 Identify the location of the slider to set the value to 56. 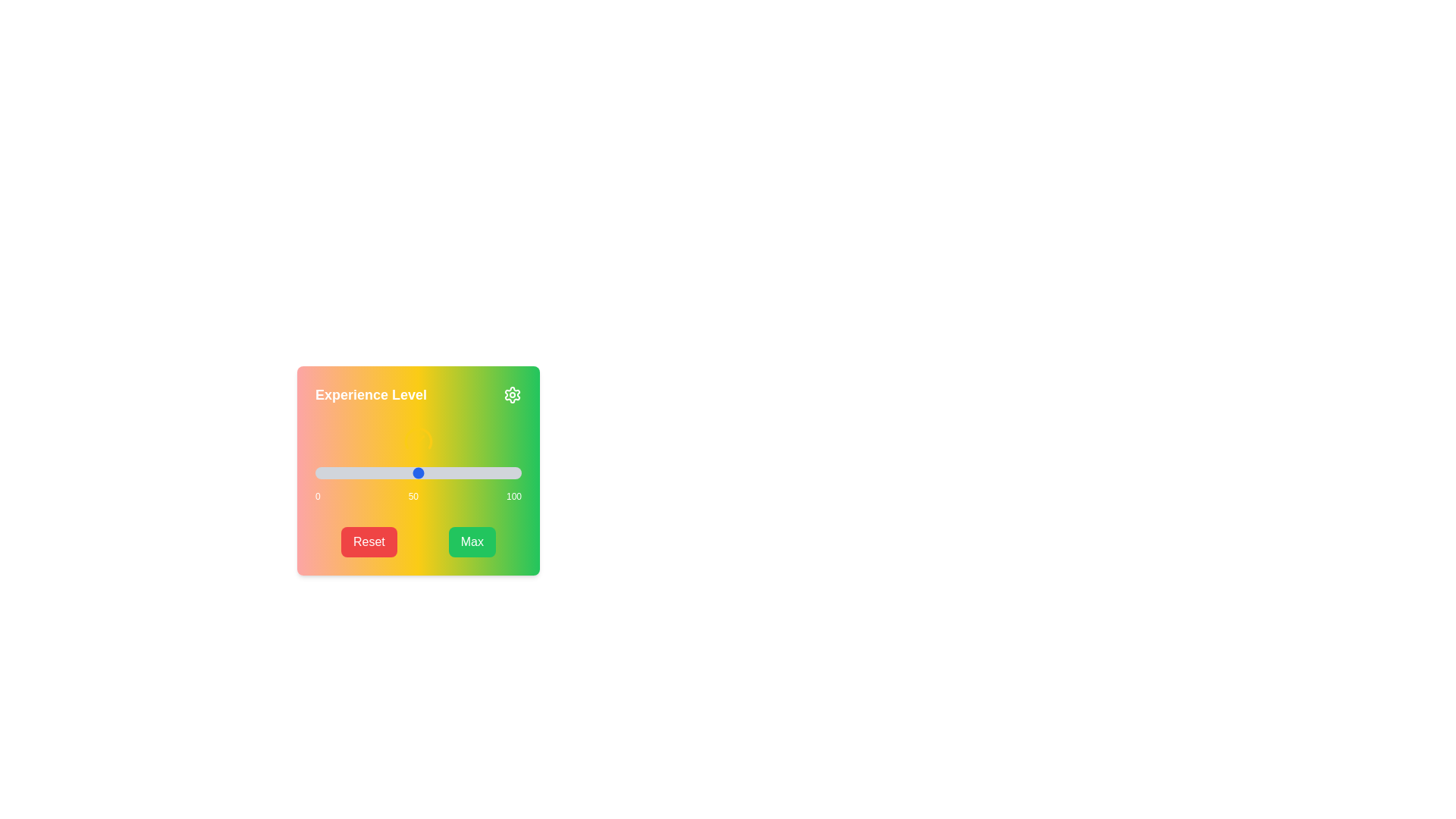
(430, 472).